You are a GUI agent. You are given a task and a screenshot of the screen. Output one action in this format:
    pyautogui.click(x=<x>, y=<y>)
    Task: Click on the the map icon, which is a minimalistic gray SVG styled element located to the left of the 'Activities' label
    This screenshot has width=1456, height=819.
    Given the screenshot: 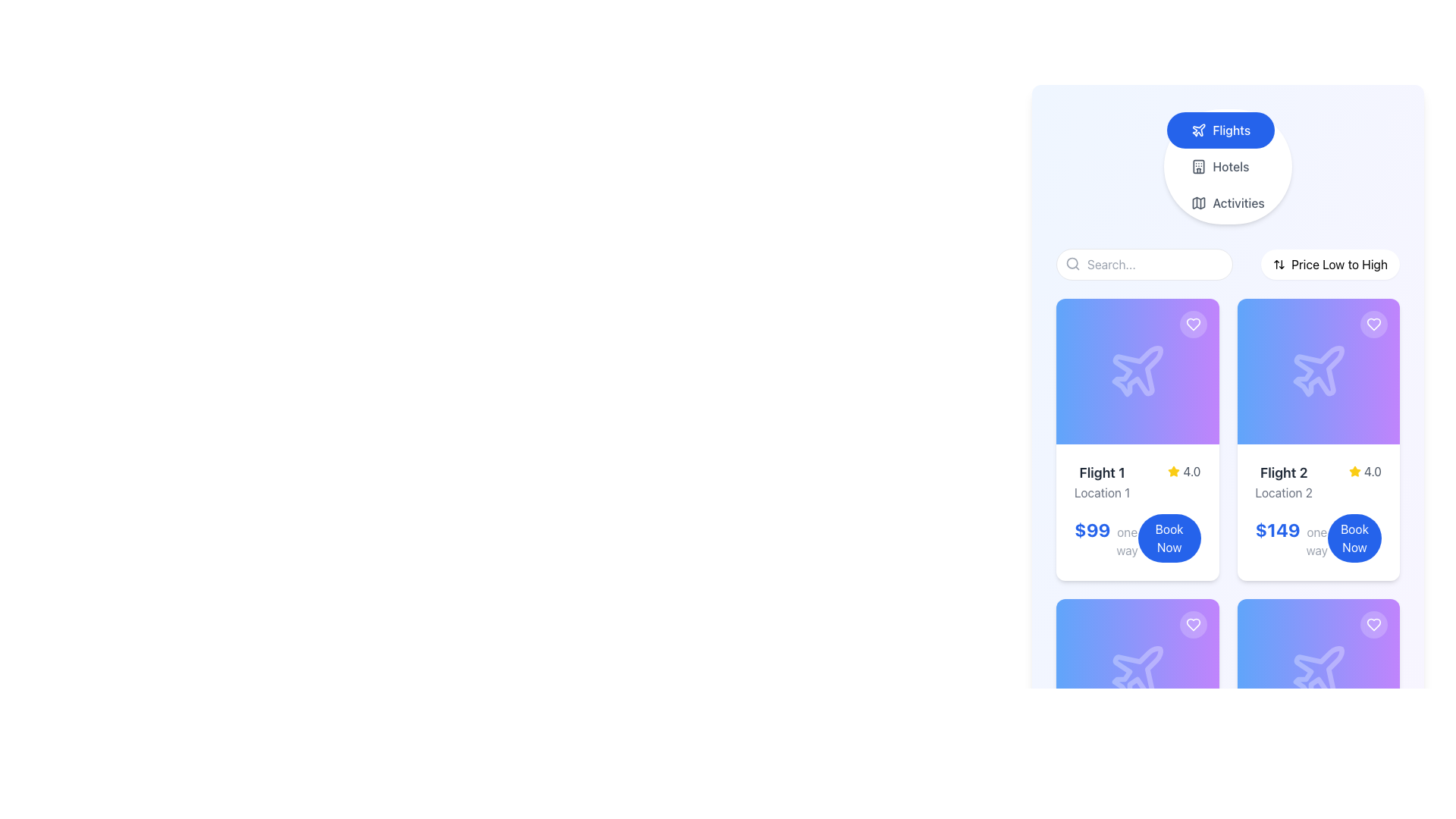 What is the action you would take?
    pyautogui.click(x=1197, y=202)
    